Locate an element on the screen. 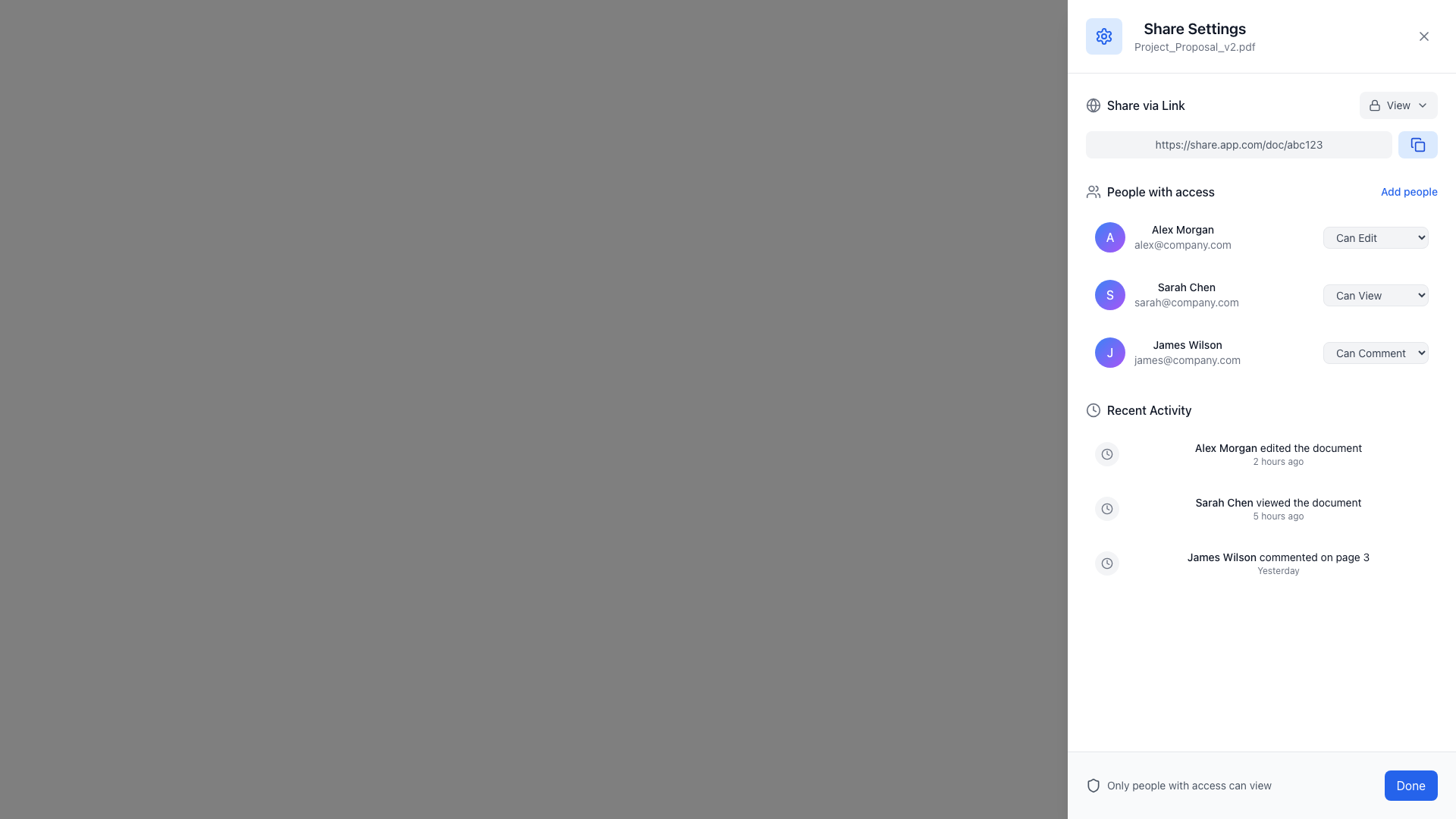  the 'Share Settings' text label, which is a bold, large font label in dark color on a light background, located at the top of the side panel is located at coordinates (1194, 29).